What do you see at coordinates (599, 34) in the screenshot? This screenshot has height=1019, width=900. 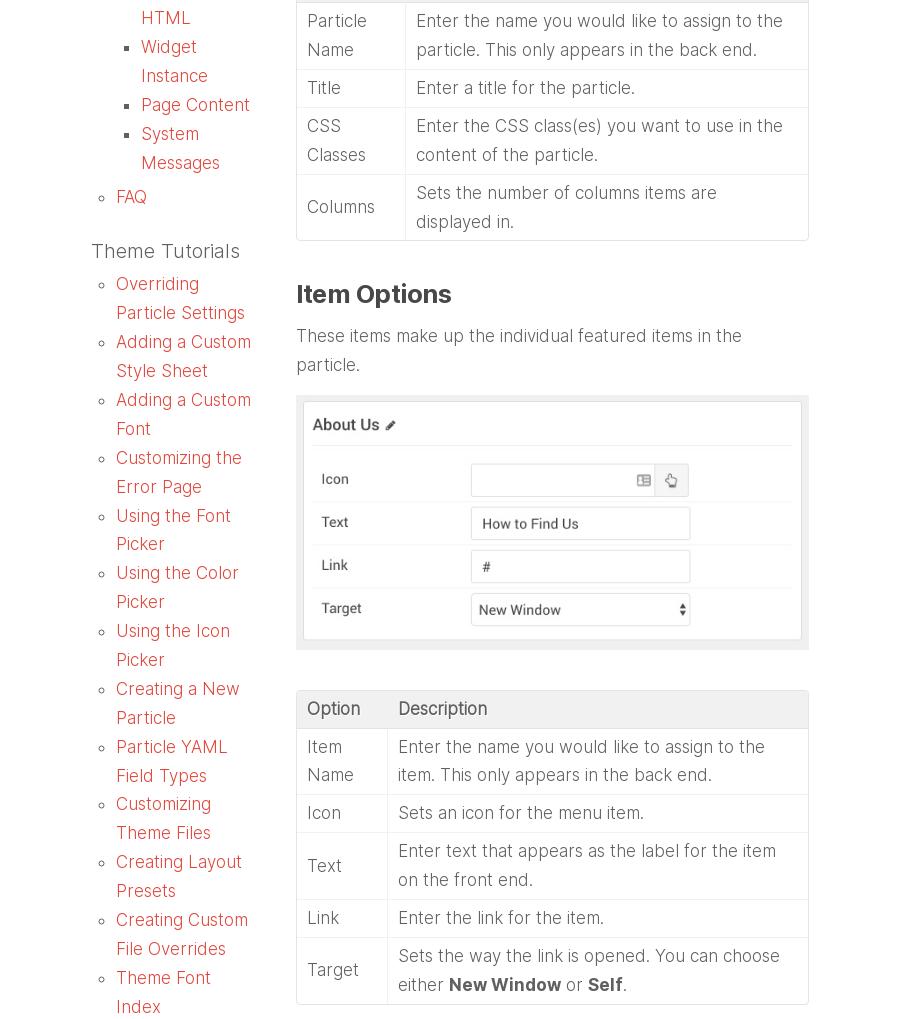 I see `'Enter the name you would like to assign to the particle. This only appears in the back end.'` at bounding box center [599, 34].